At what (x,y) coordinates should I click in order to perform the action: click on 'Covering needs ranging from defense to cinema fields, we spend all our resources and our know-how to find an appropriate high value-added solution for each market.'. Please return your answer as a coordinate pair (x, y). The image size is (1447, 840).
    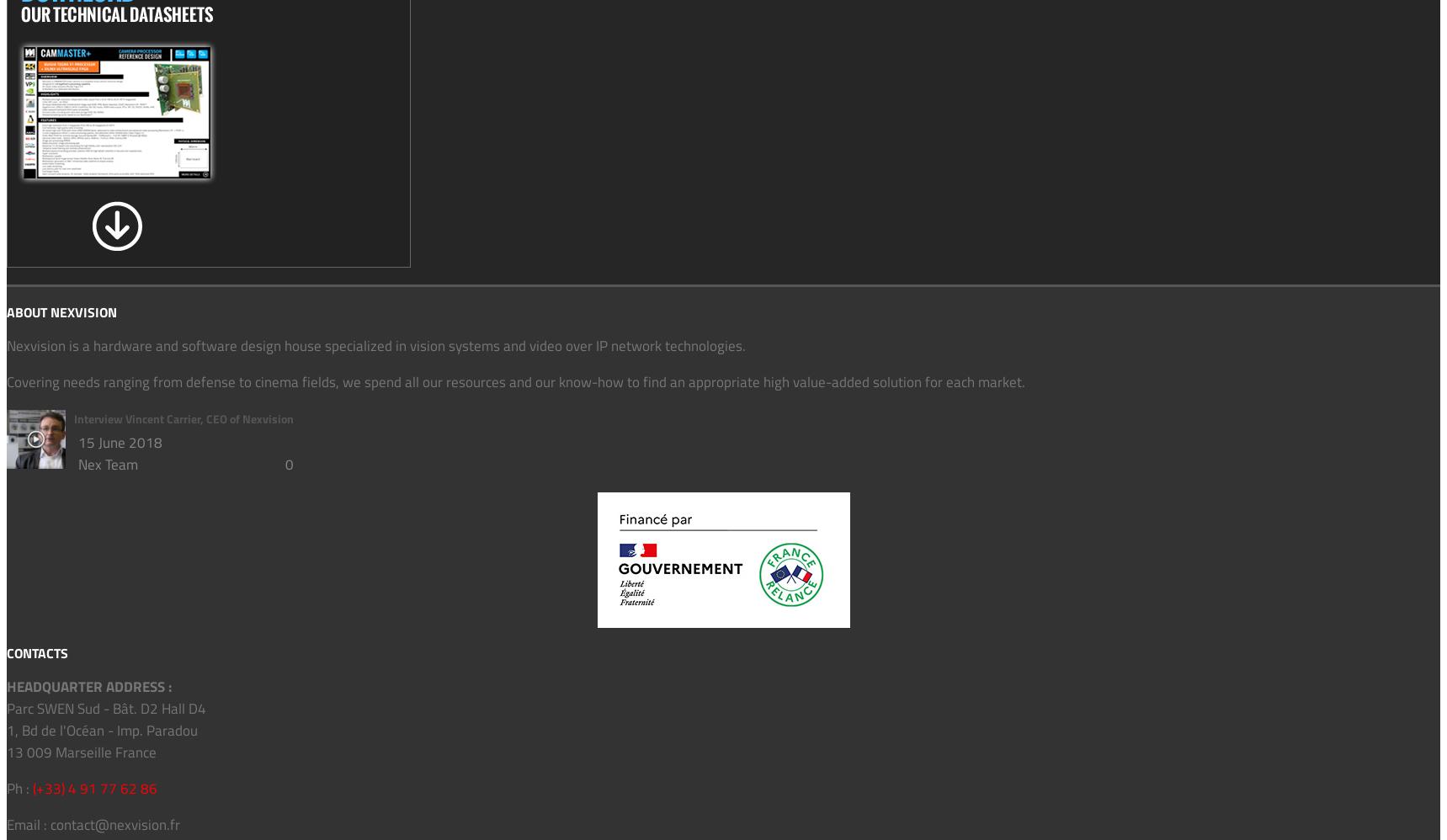
    Looking at the image, I should click on (515, 380).